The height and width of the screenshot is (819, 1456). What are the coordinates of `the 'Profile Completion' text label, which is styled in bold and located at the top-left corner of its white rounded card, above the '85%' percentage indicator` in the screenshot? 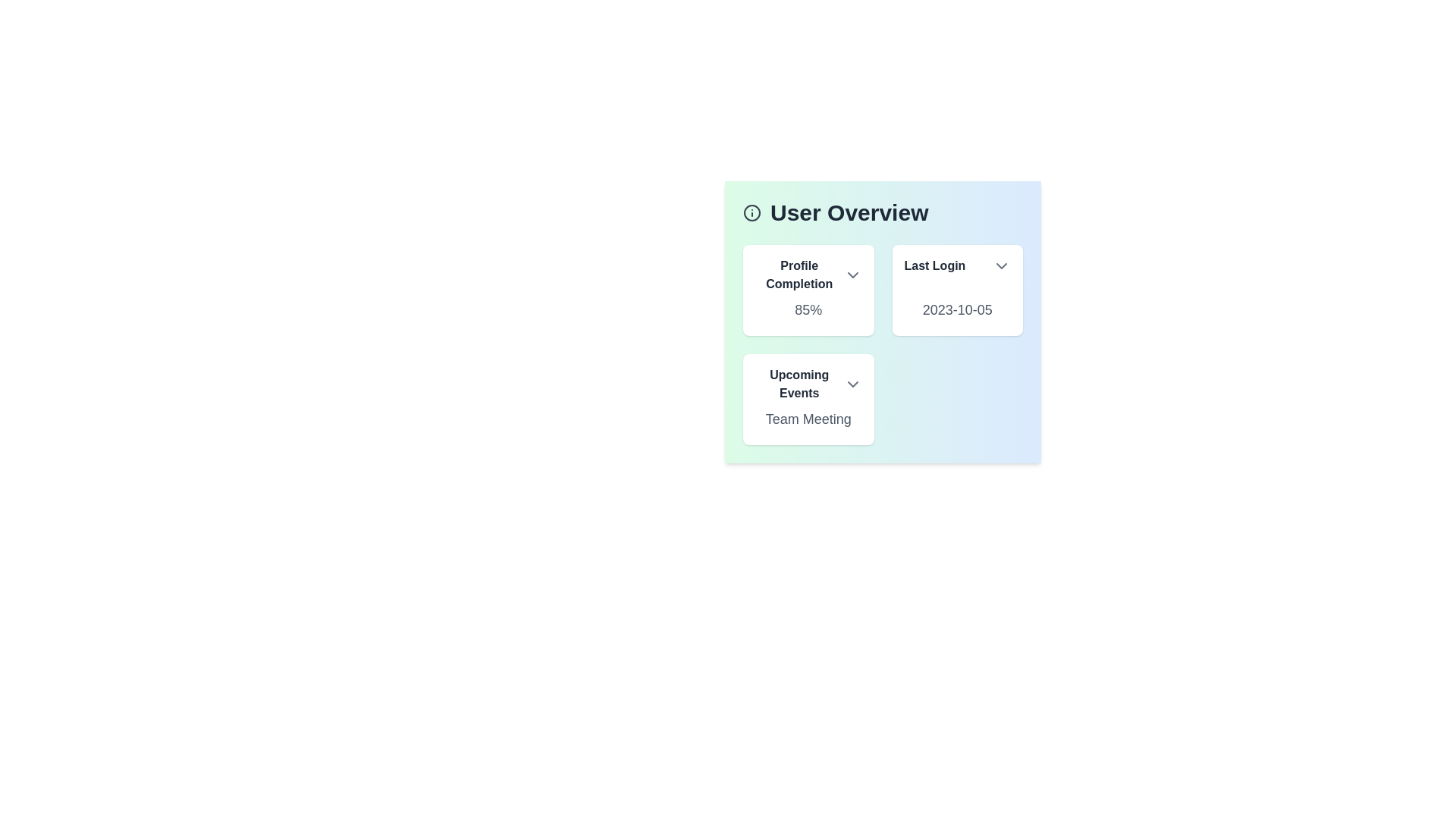 It's located at (808, 275).